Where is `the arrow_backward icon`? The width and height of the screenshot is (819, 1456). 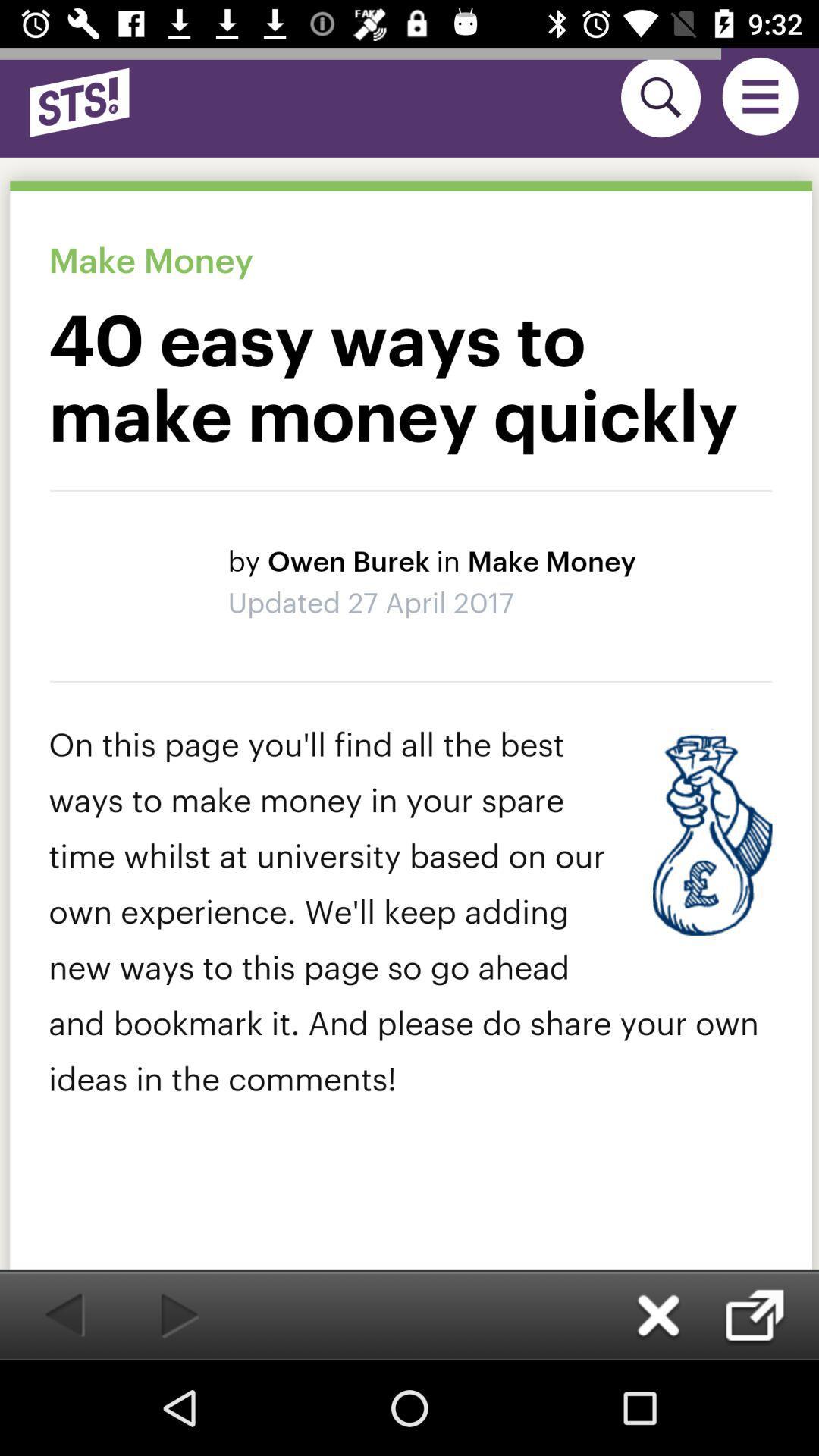 the arrow_backward icon is located at coordinates (47, 1314).